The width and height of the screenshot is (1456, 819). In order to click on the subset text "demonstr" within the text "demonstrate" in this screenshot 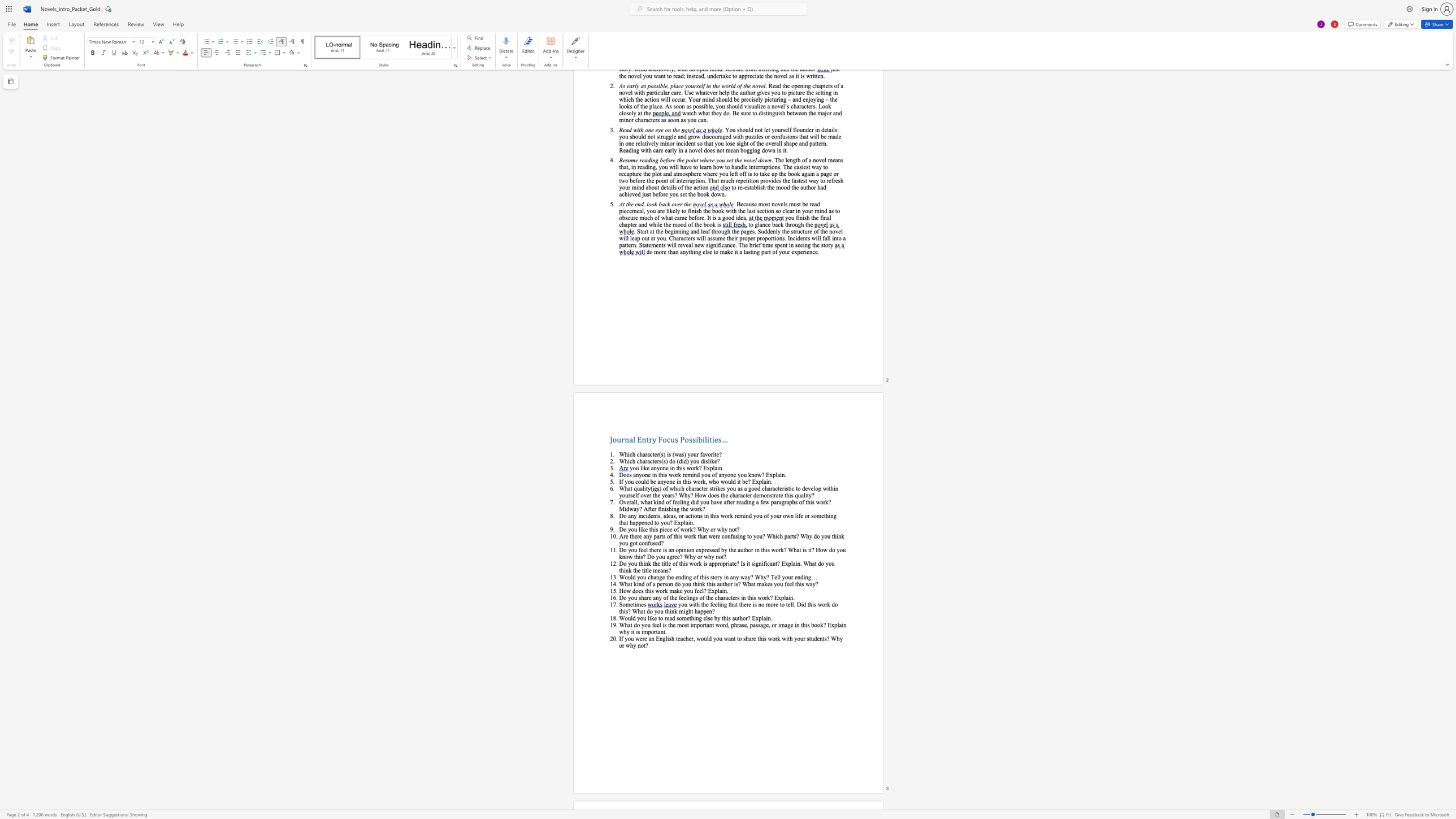, I will do `click(753, 495)`.